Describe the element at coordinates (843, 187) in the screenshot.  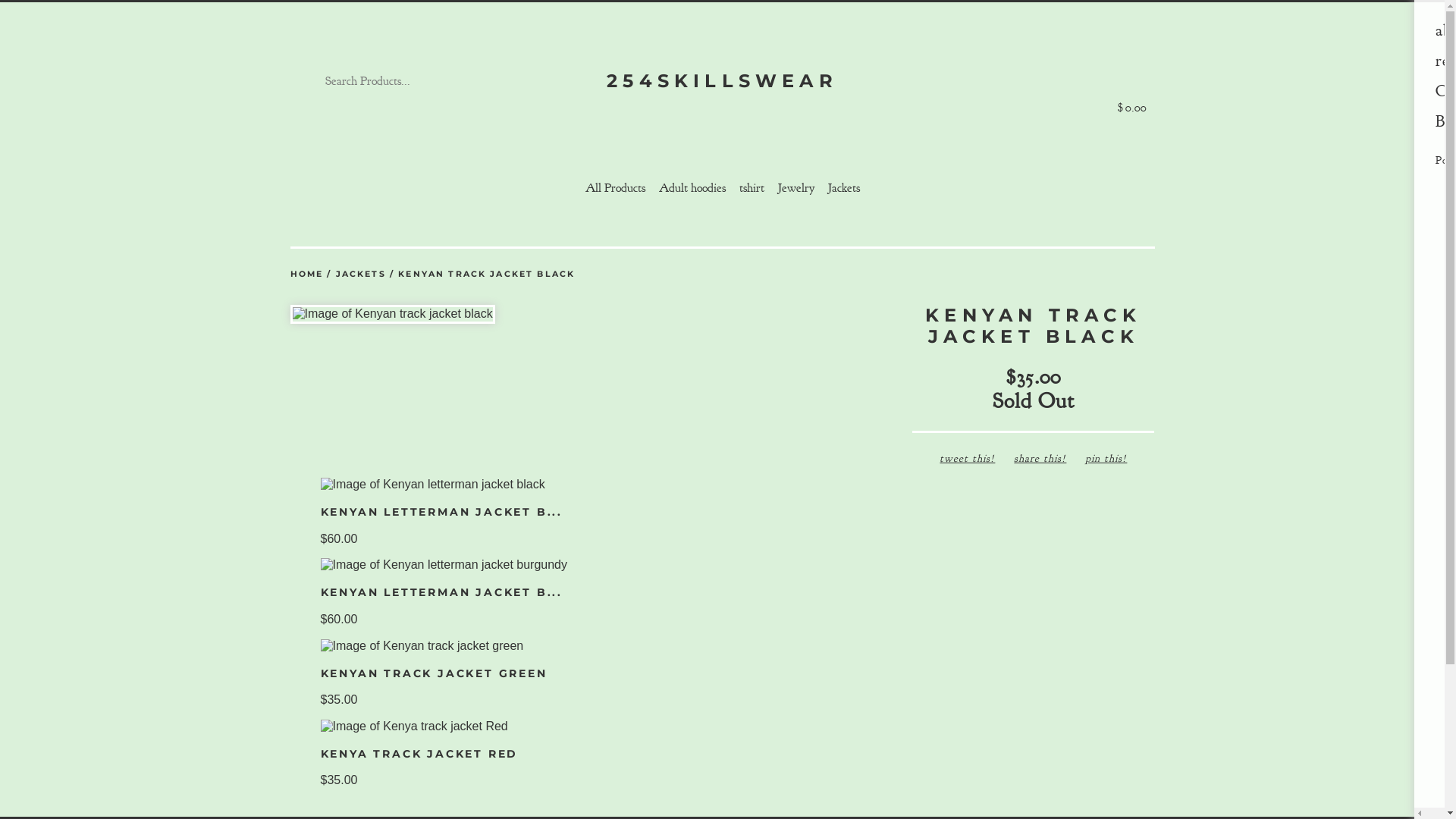
I see `'Jackets'` at that location.